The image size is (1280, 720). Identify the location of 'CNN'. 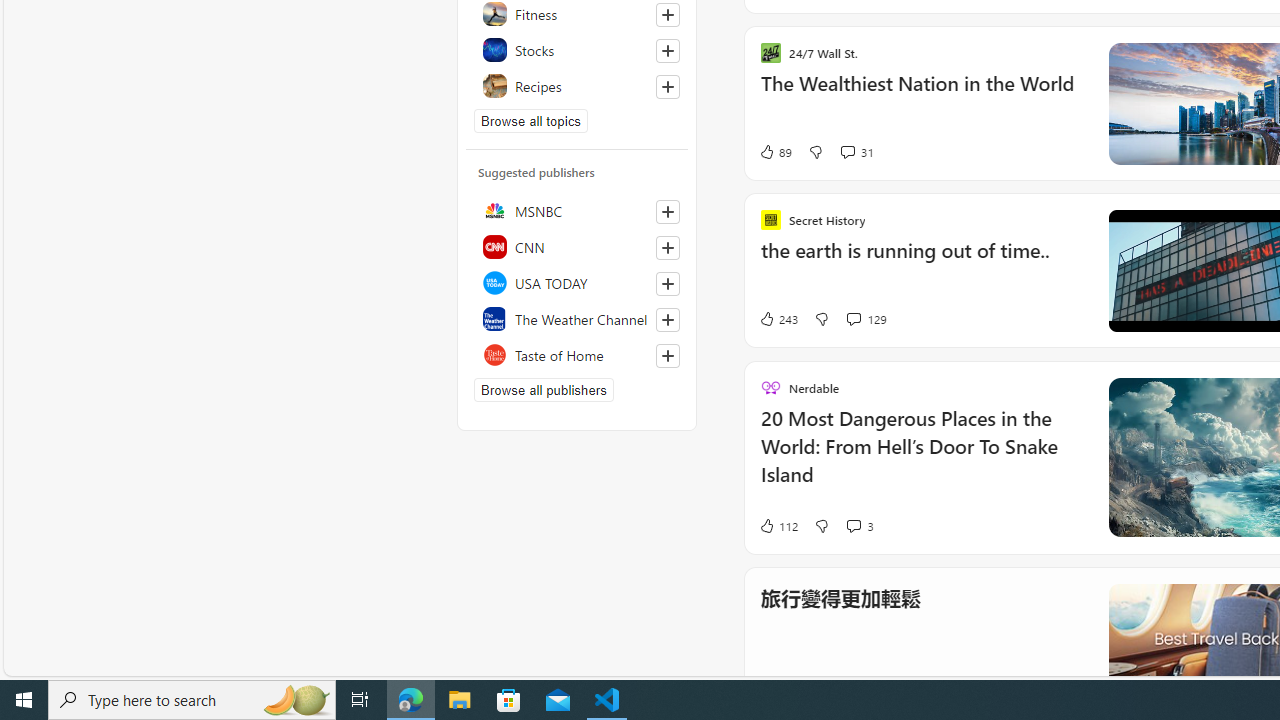
(576, 245).